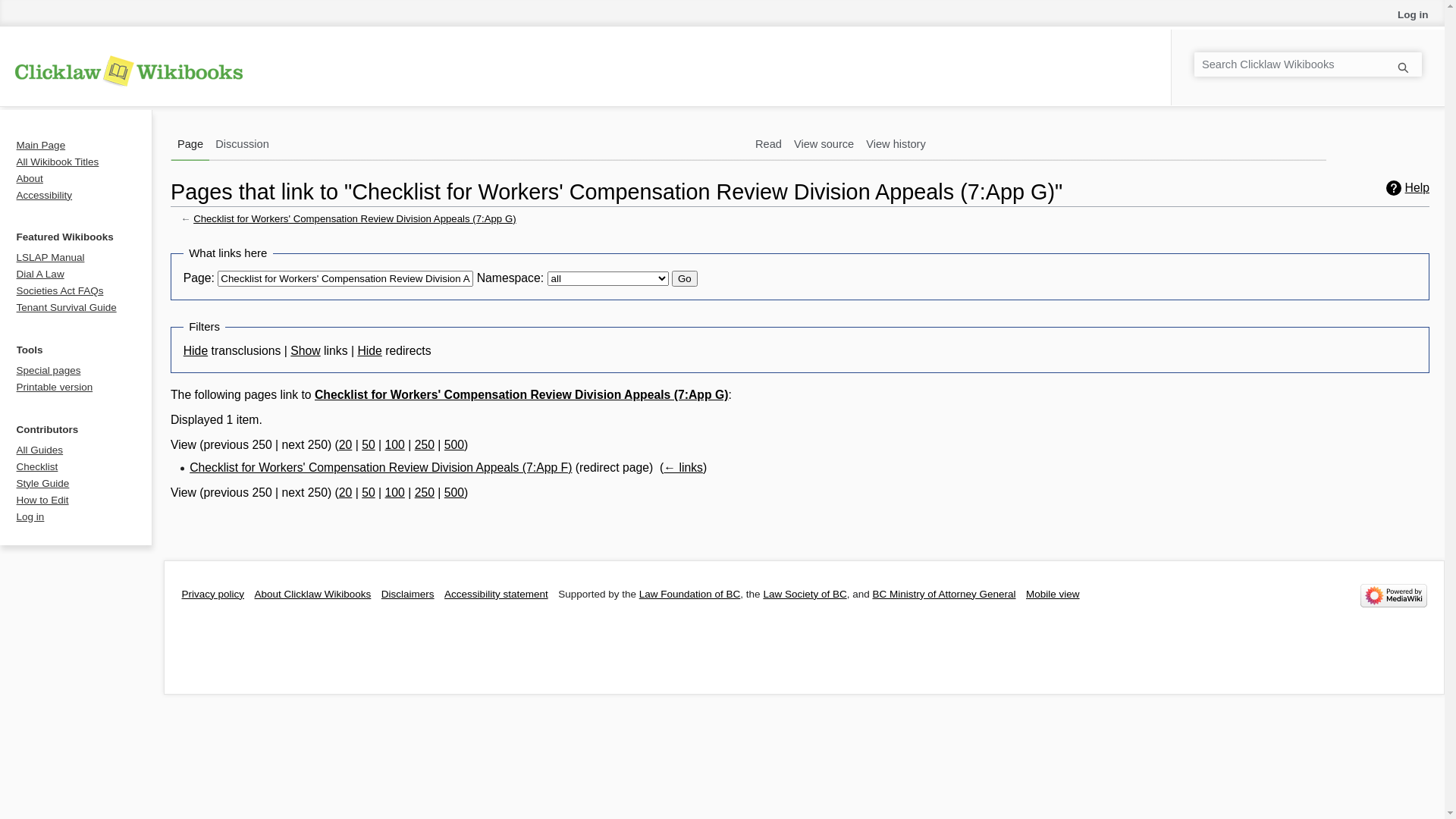 This screenshot has width=1456, height=819. What do you see at coordinates (1401, 66) in the screenshot?
I see `'Go to a page with this exact name if it exists'` at bounding box center [1401, 66].